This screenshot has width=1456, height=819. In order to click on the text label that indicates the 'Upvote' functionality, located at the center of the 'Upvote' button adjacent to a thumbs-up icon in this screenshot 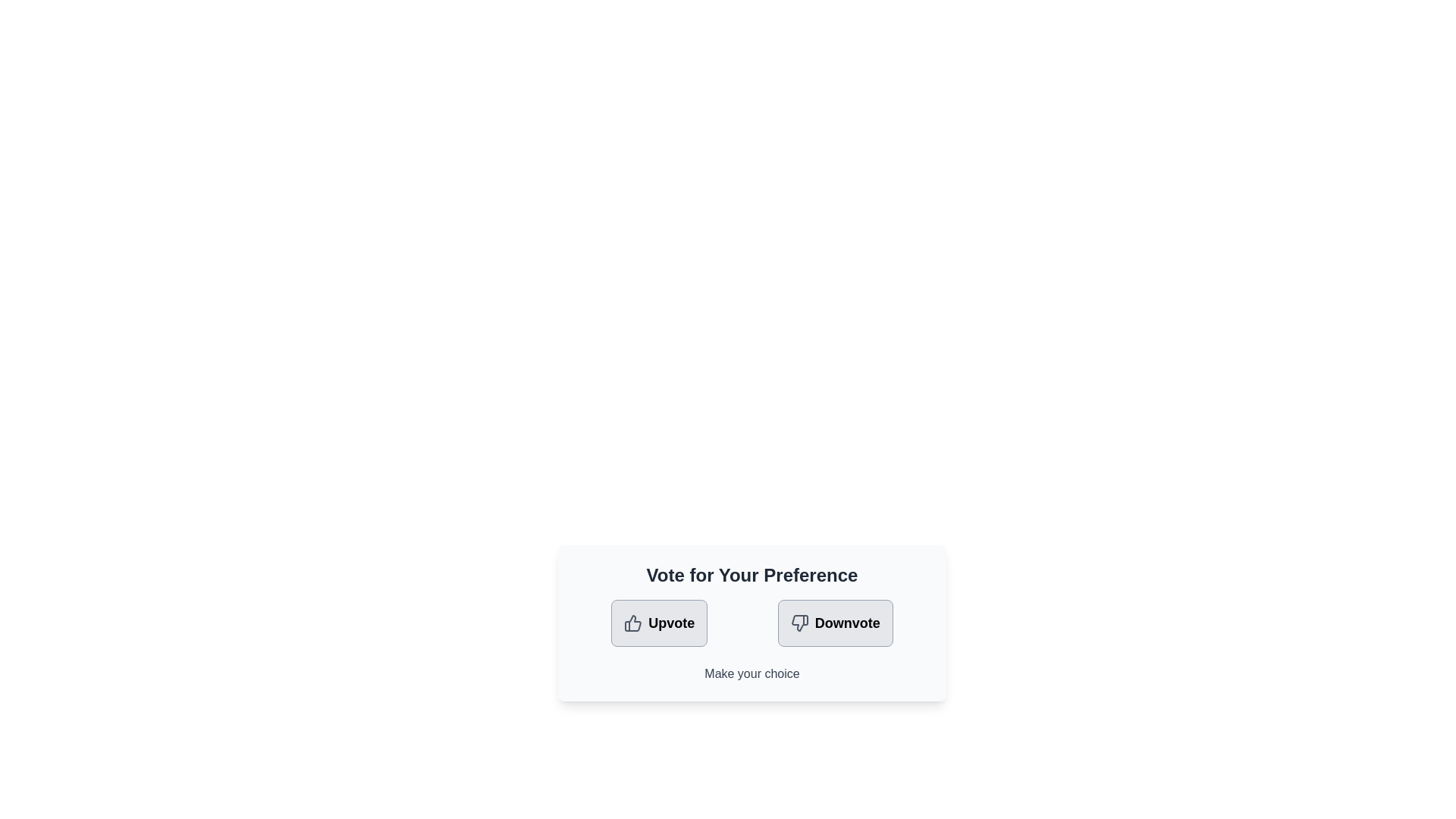, I will do `click(670, 623)`.